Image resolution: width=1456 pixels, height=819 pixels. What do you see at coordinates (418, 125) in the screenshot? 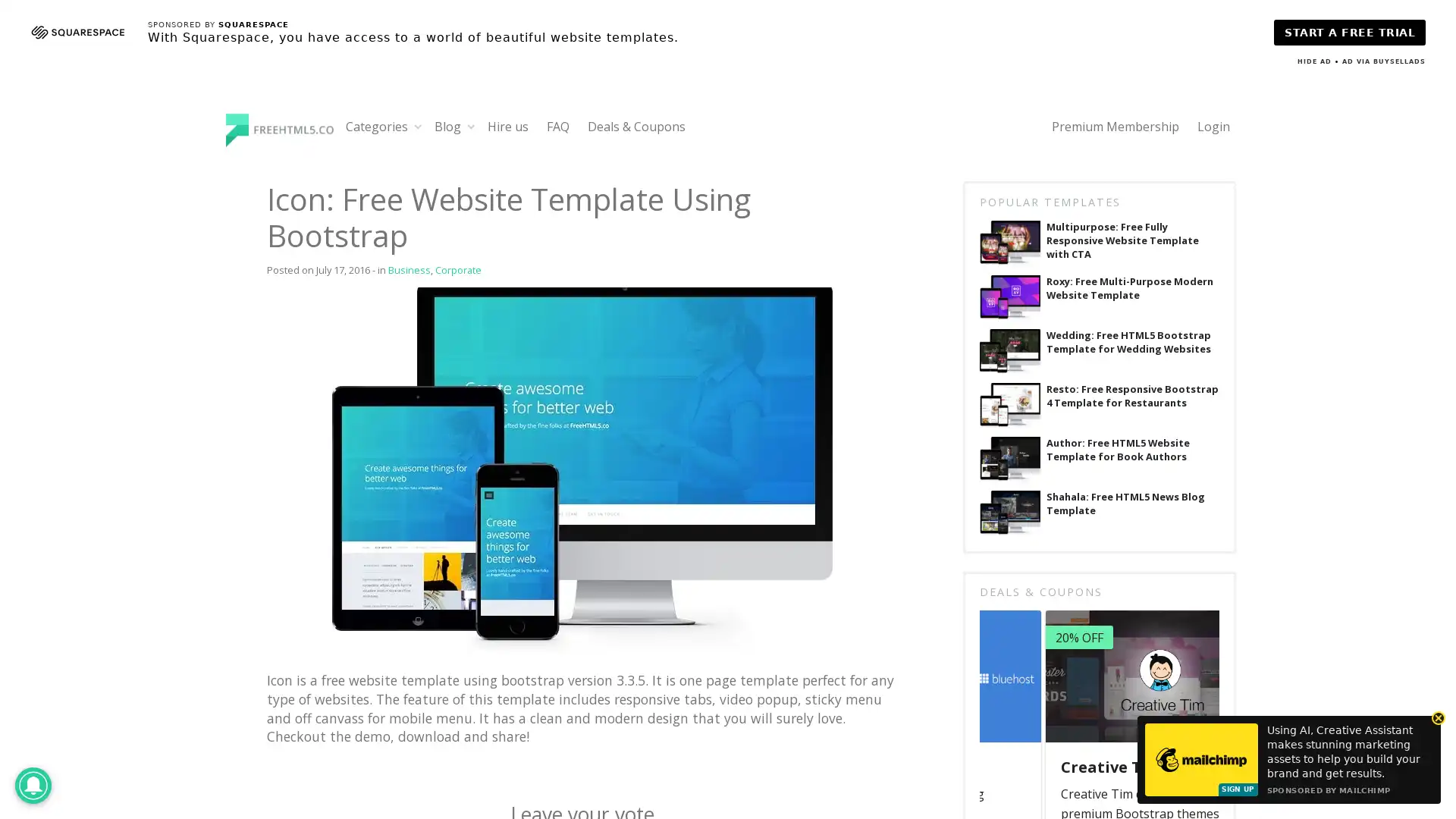
I see `Expand child menu` at bounding box center [418, 125].